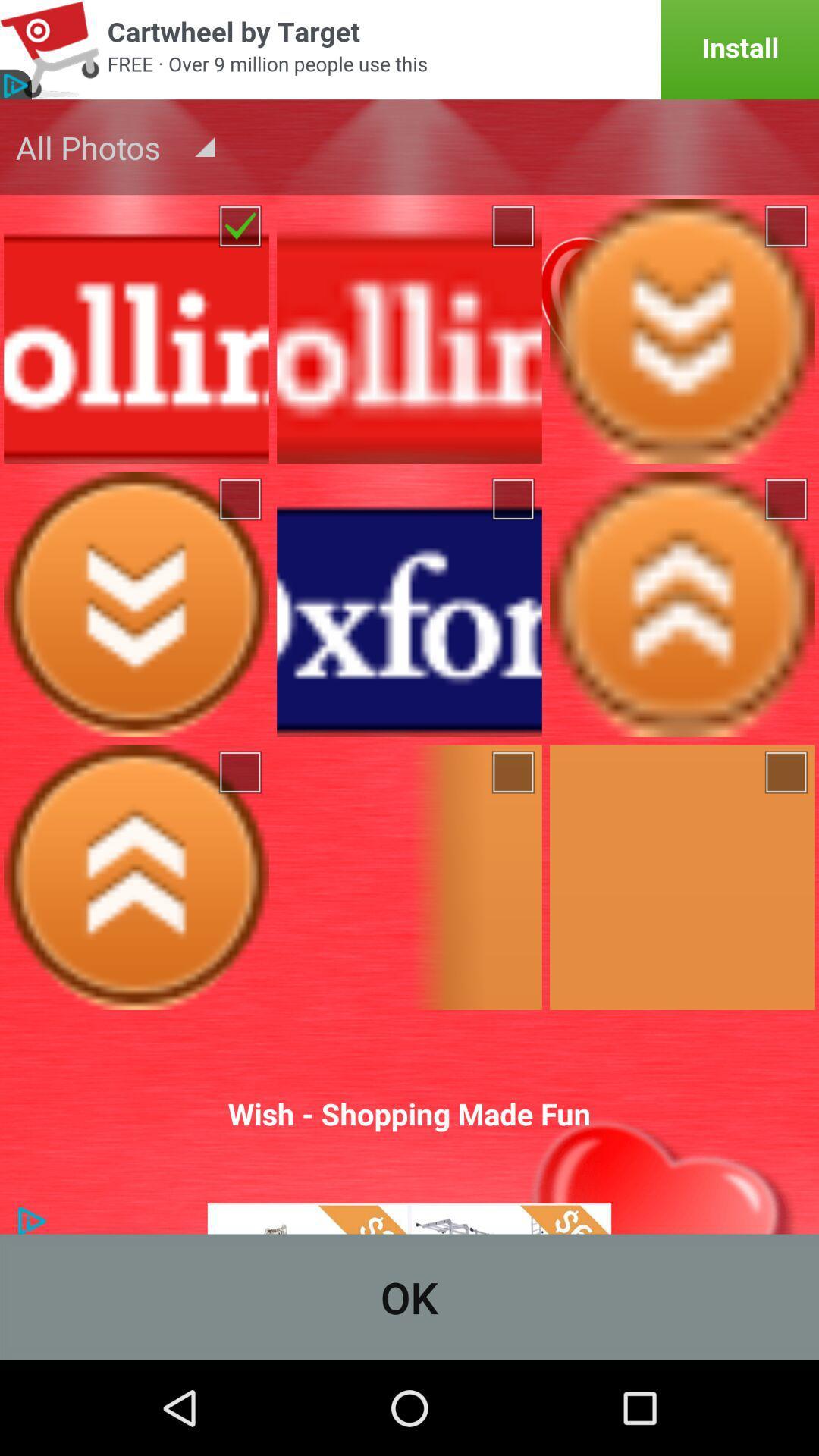 This screenshot has height=1456, width=819. What do you see at coordinates (409, 49) in the screenshot?
I see `advertisement` at bounding box center [409, 49].